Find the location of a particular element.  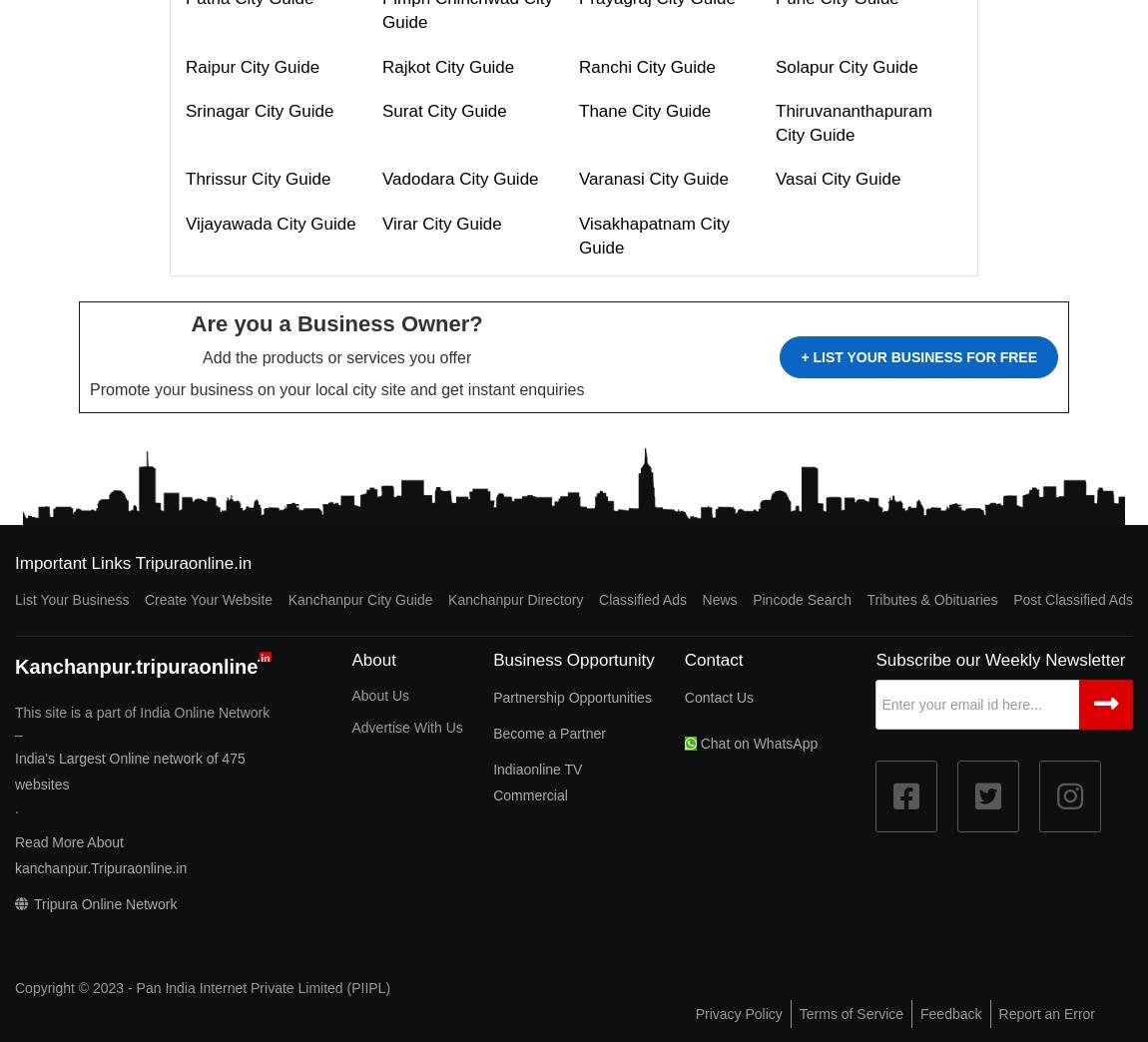

'About Us' is located at coordinates (351, 694).